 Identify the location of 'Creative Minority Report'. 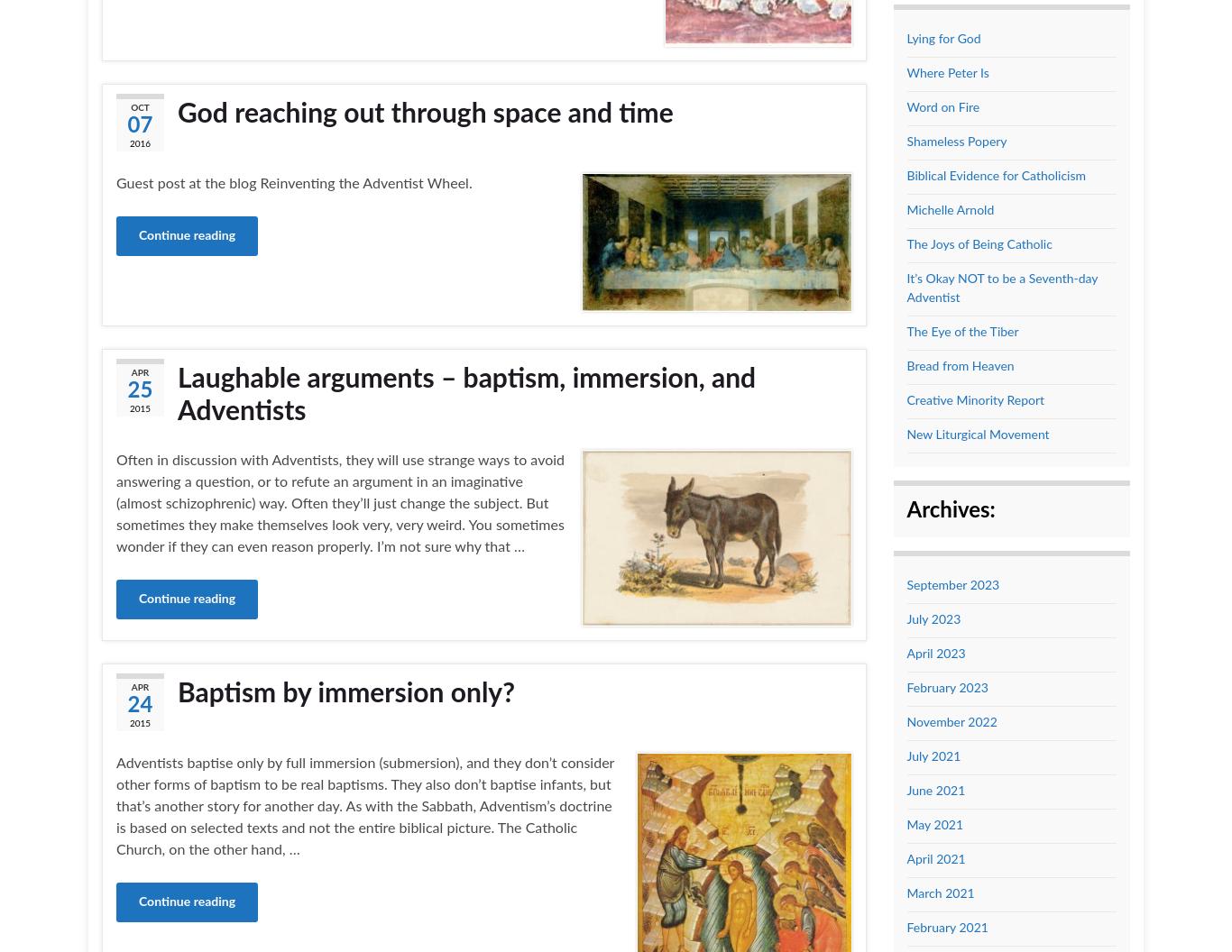
(906, 400).